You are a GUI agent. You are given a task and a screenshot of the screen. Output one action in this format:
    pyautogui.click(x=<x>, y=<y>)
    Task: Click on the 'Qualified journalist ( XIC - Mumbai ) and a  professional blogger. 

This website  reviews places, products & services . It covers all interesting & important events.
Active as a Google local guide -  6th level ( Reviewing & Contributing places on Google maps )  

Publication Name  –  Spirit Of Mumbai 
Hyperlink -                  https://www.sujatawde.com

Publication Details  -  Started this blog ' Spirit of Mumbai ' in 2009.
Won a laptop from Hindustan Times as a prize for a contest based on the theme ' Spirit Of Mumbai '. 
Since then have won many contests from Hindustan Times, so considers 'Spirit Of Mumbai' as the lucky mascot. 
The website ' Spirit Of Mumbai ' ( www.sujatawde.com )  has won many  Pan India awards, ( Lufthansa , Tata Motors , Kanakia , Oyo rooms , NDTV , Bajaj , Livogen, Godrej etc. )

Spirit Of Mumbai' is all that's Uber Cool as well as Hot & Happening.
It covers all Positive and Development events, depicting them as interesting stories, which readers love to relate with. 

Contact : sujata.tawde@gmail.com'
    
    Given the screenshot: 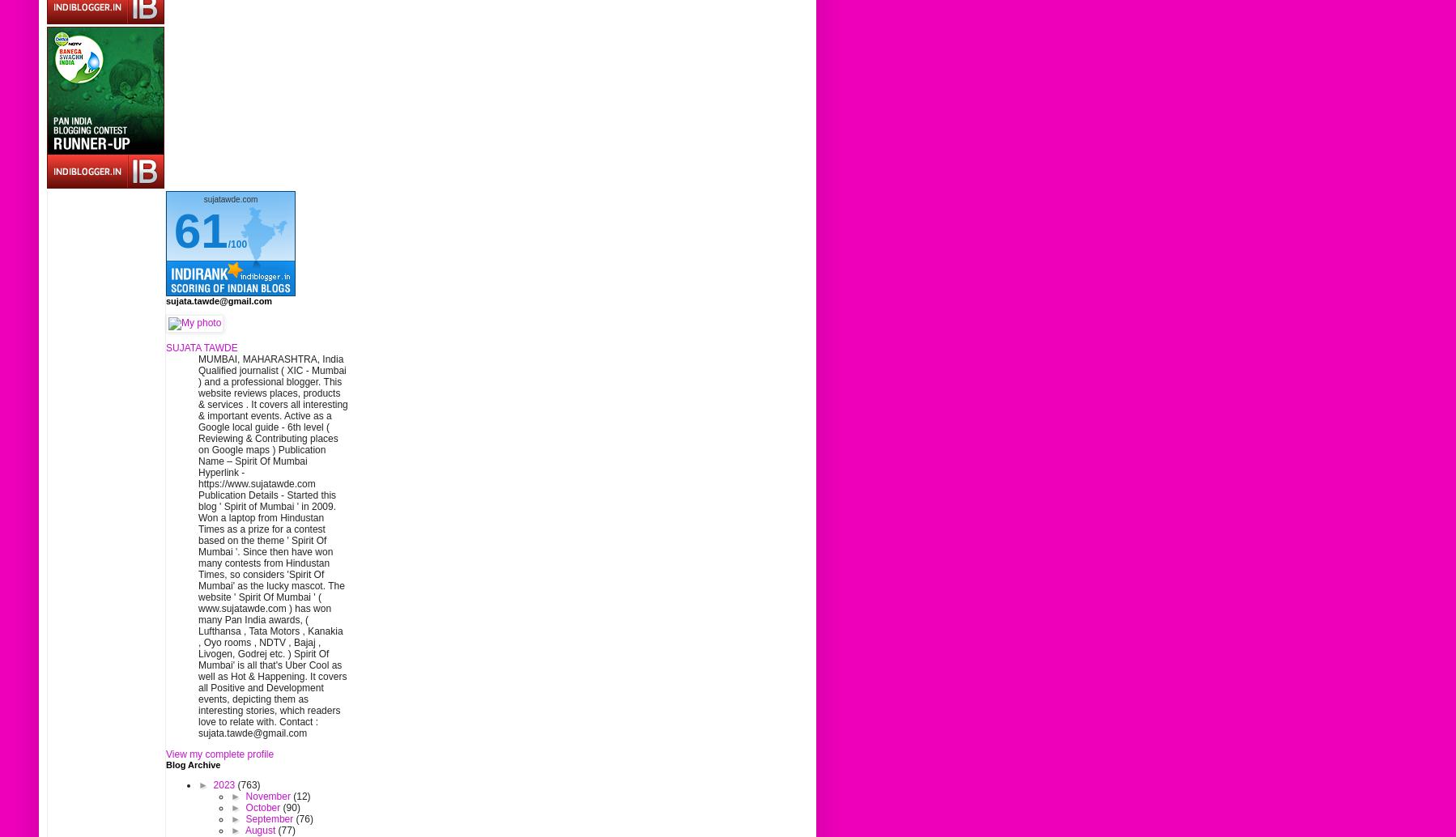 What is the action you would take?
    pyautogui.click(x=271, y=552)
    